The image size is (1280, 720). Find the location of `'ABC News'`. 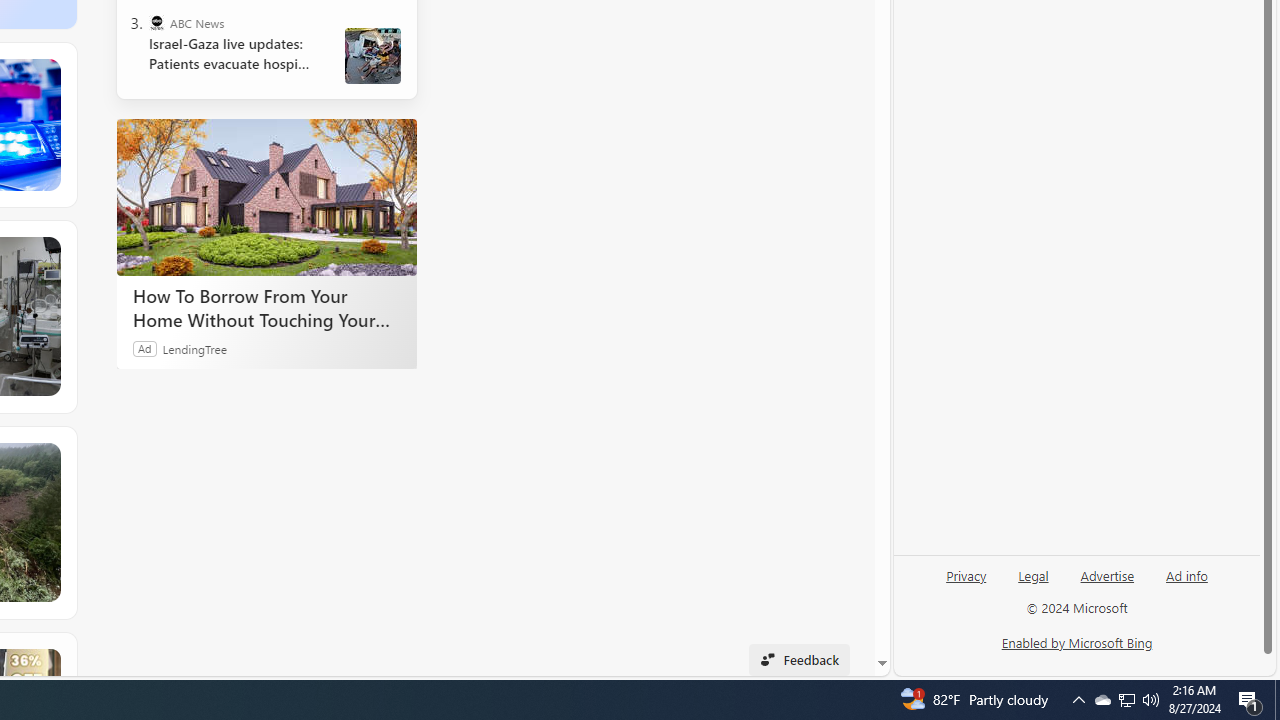

'ABC News' is located at coordinates (155, 23).